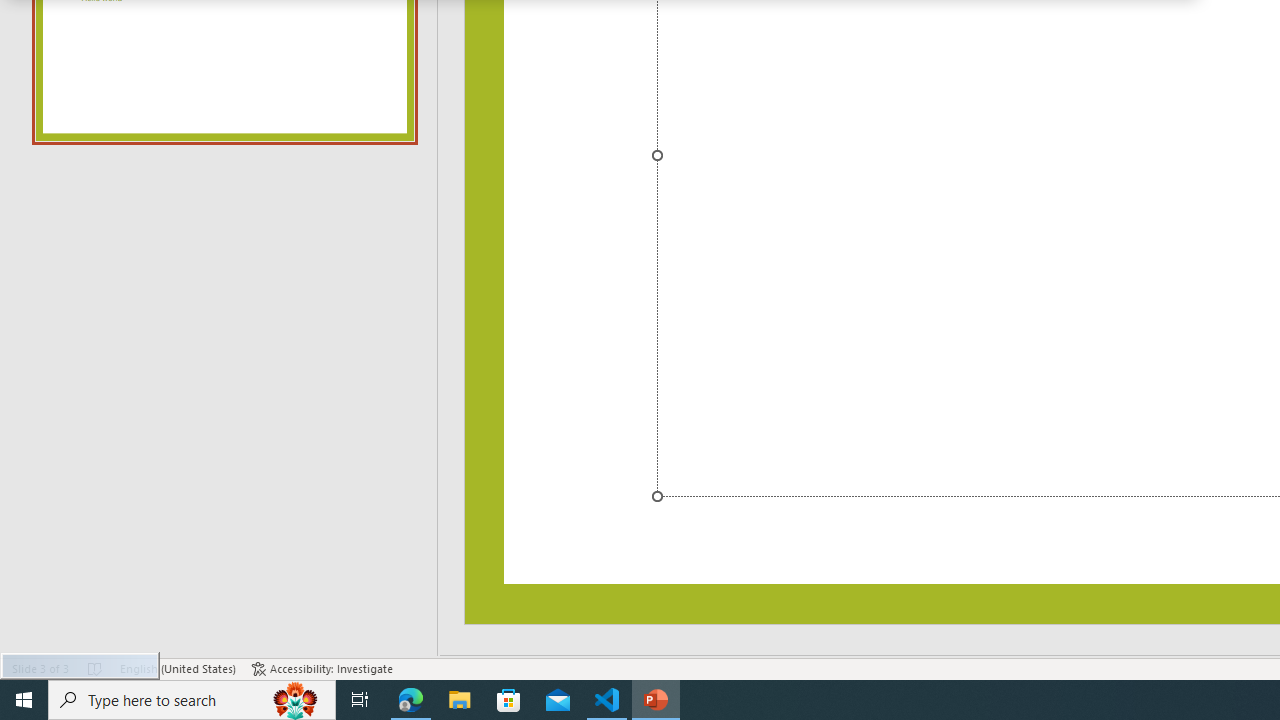 The height and width of the screenshot is (720, 1280). I want to click on 'Microsoft Store', so click(509, 698).